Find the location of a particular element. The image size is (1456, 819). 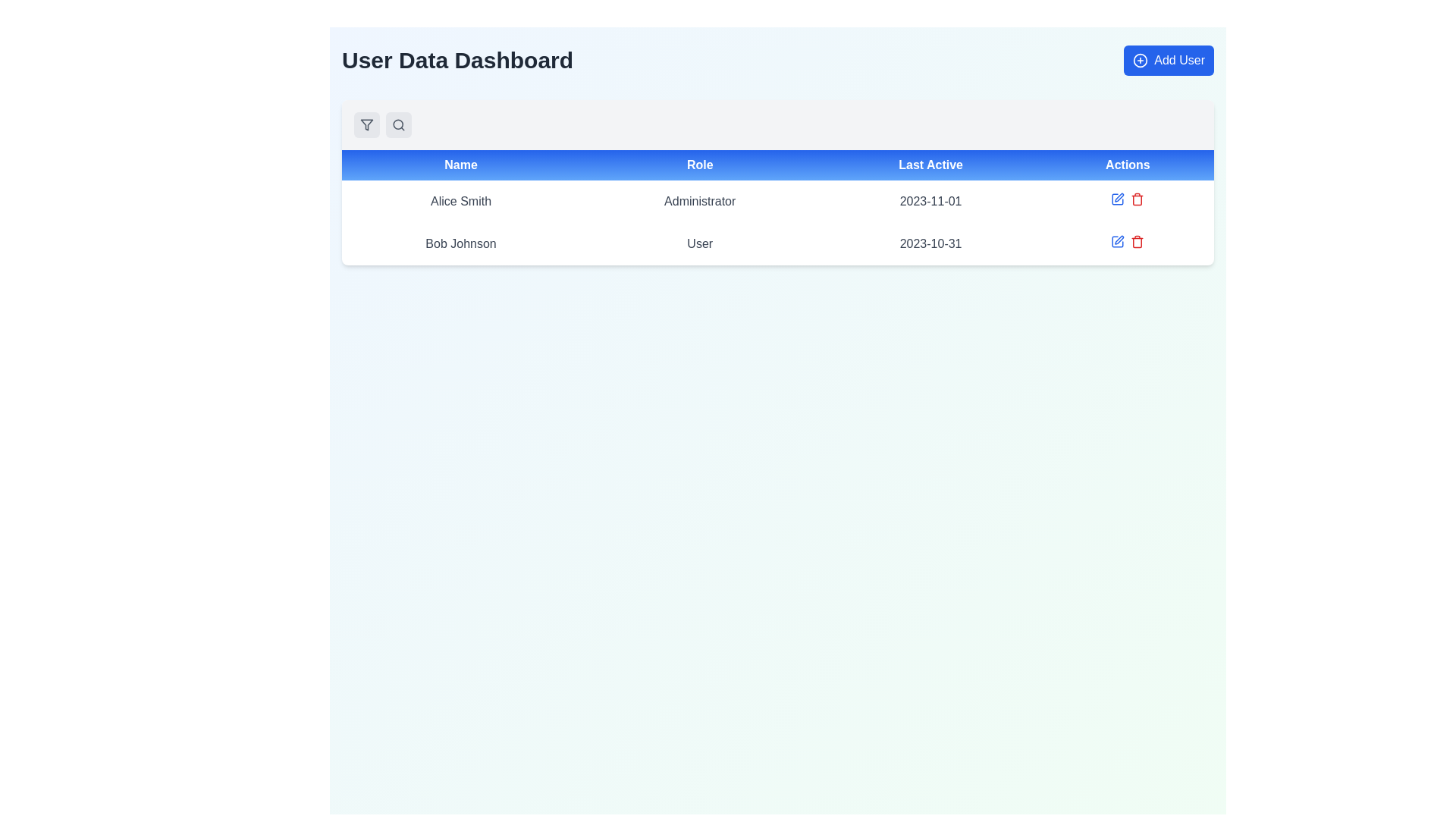

the button with a filter icon, which is a square button with rounded corners and a light gray background, located in the header section of the interface, to the left of the search button is located at coordinates (367, 124).